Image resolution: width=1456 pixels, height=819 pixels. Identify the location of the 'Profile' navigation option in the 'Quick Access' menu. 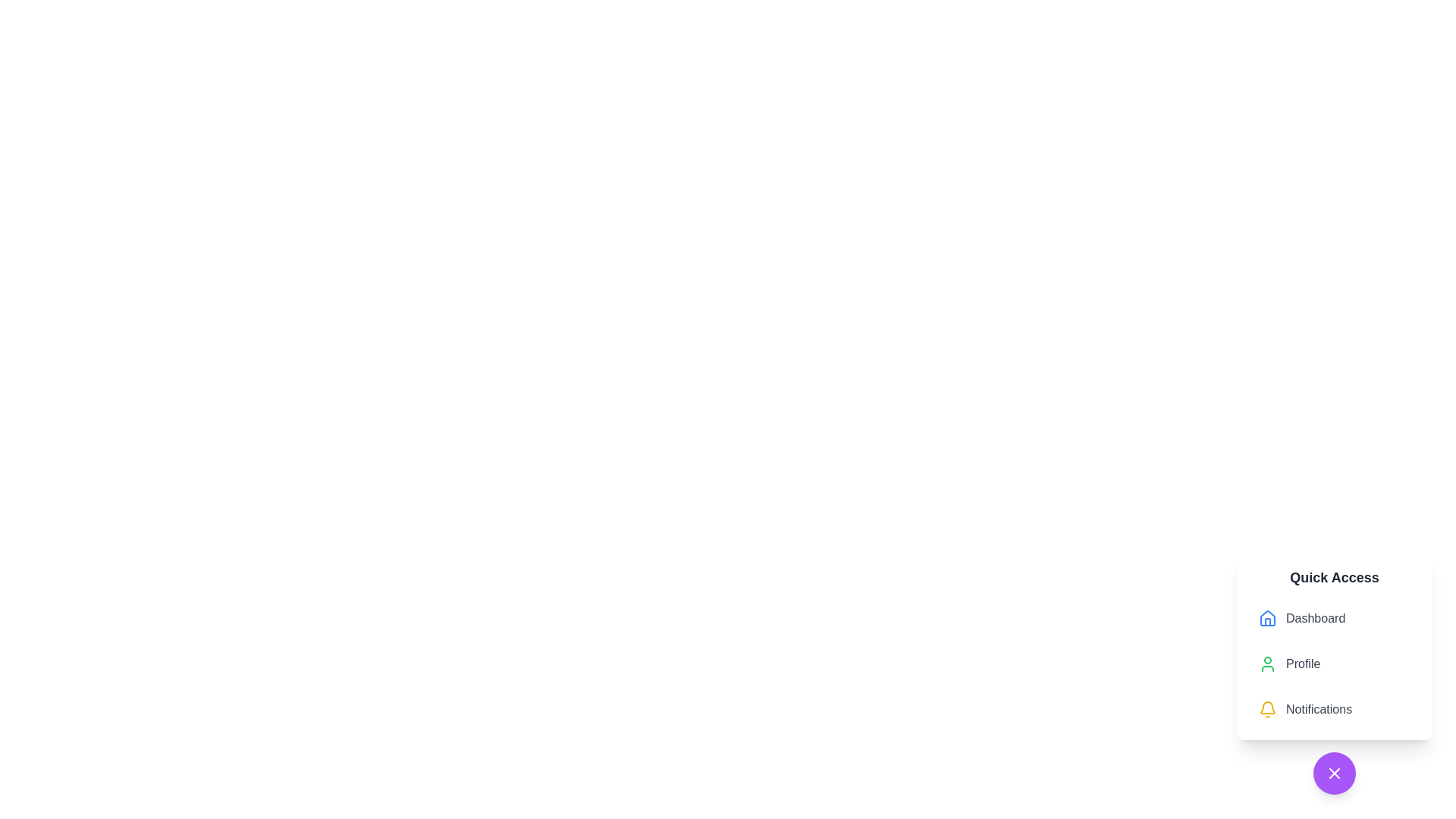
(1335, 674).